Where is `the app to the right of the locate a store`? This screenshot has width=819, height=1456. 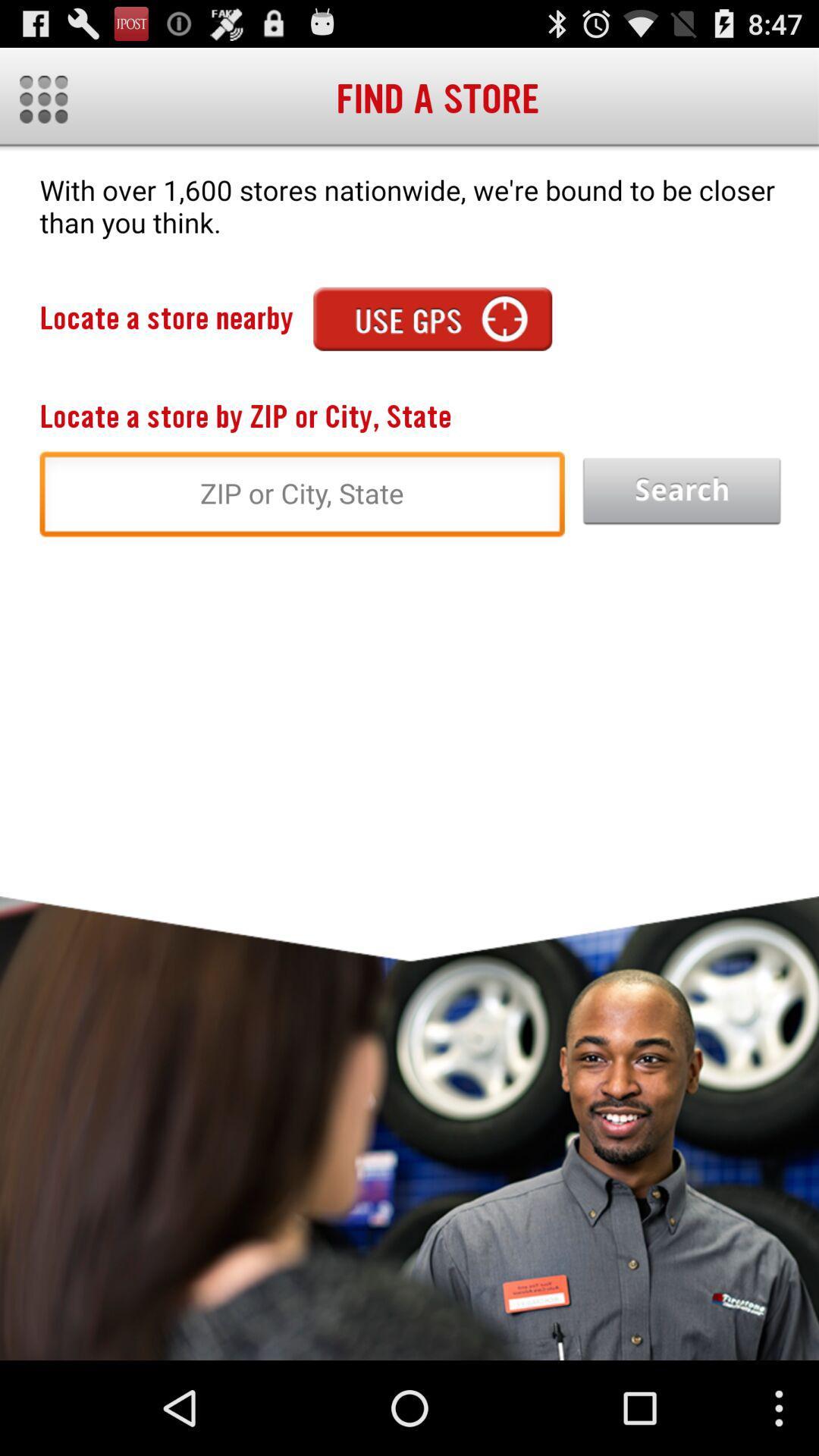 the app to the right of the locate a store is located at coordinates (432, 318).